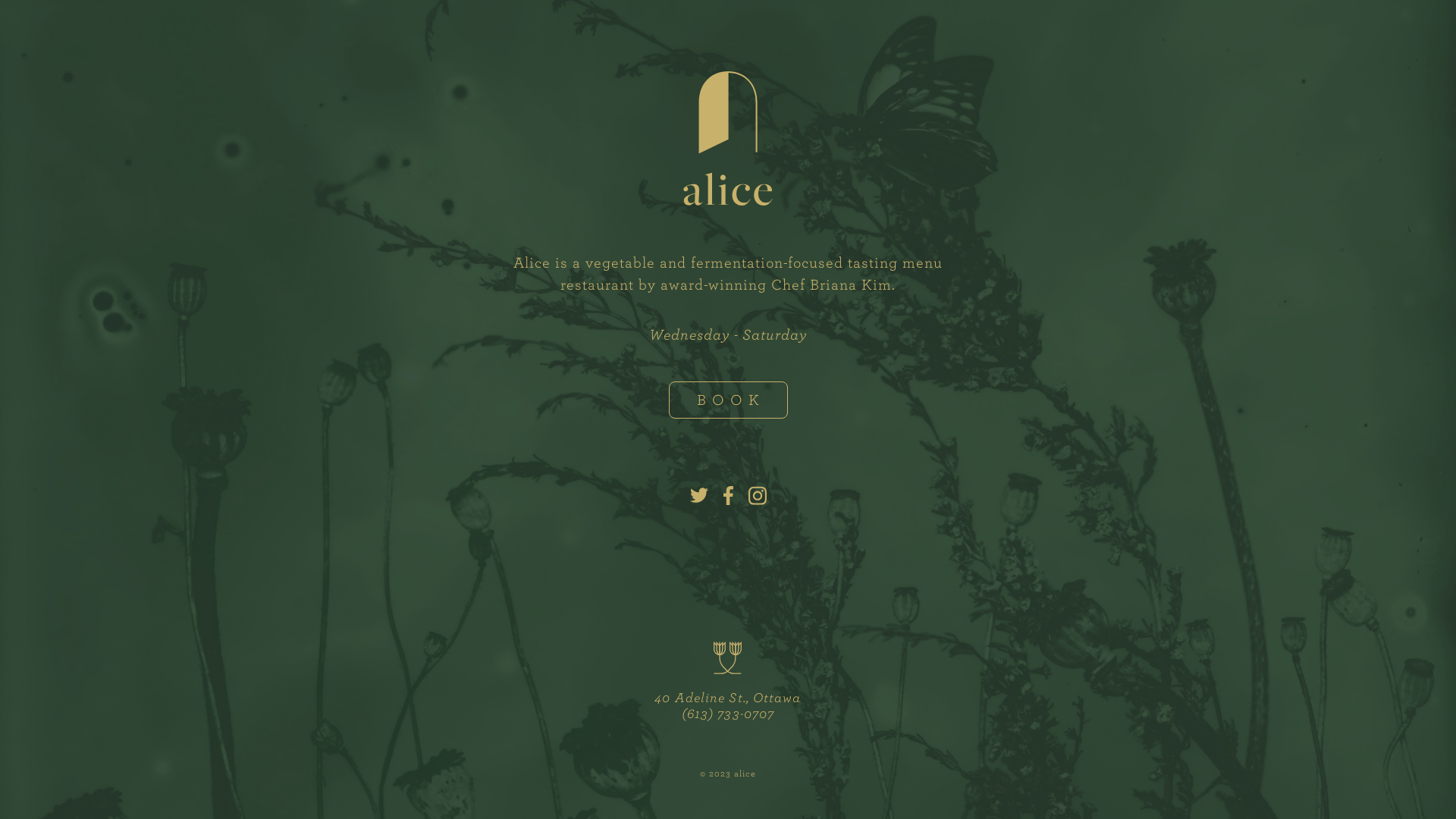  I want to click on '(613) 733-0707', so click(728, 713).